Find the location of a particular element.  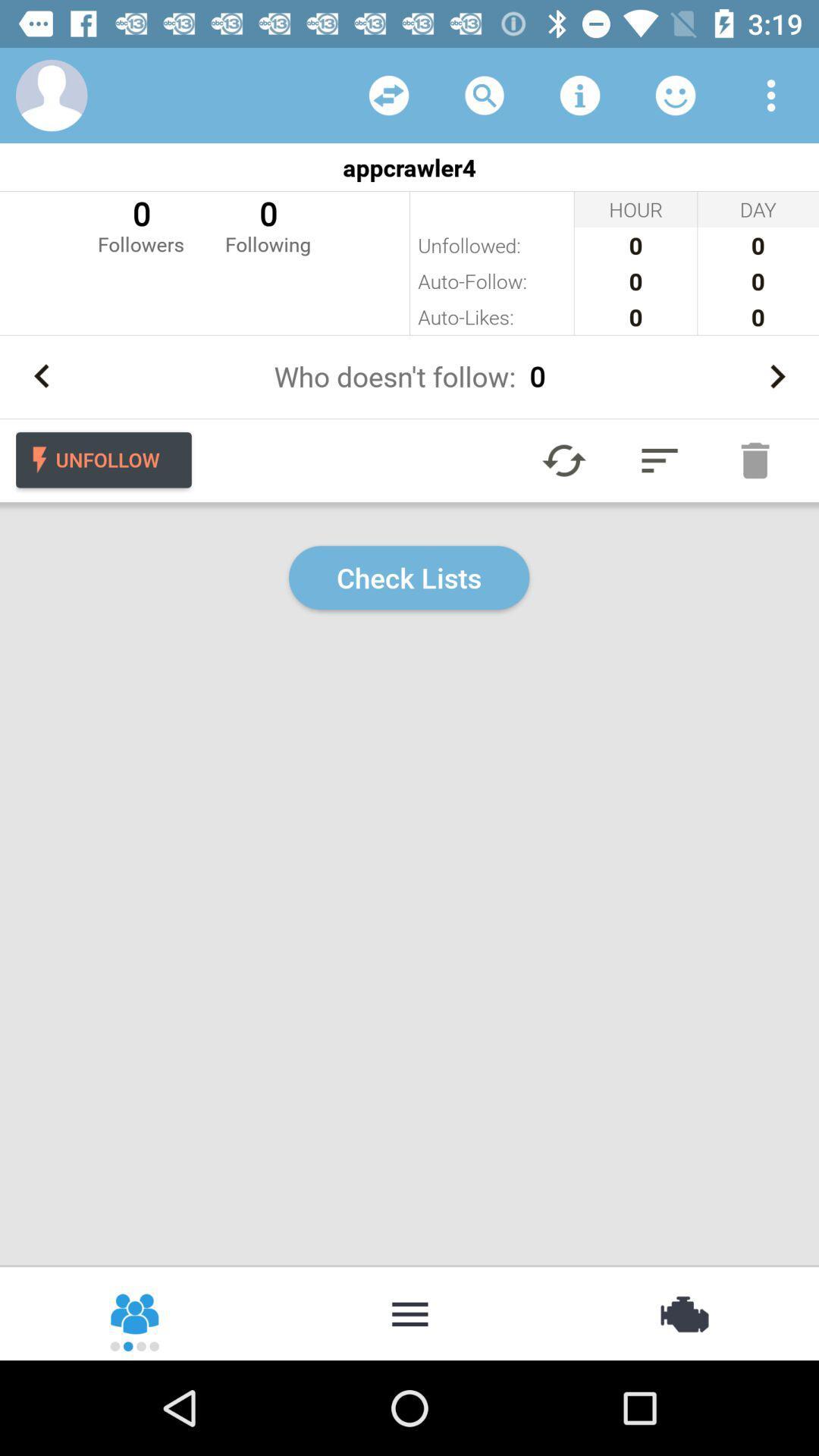

icon below the appcrawler4 icon is located at coordinates (140, 224).